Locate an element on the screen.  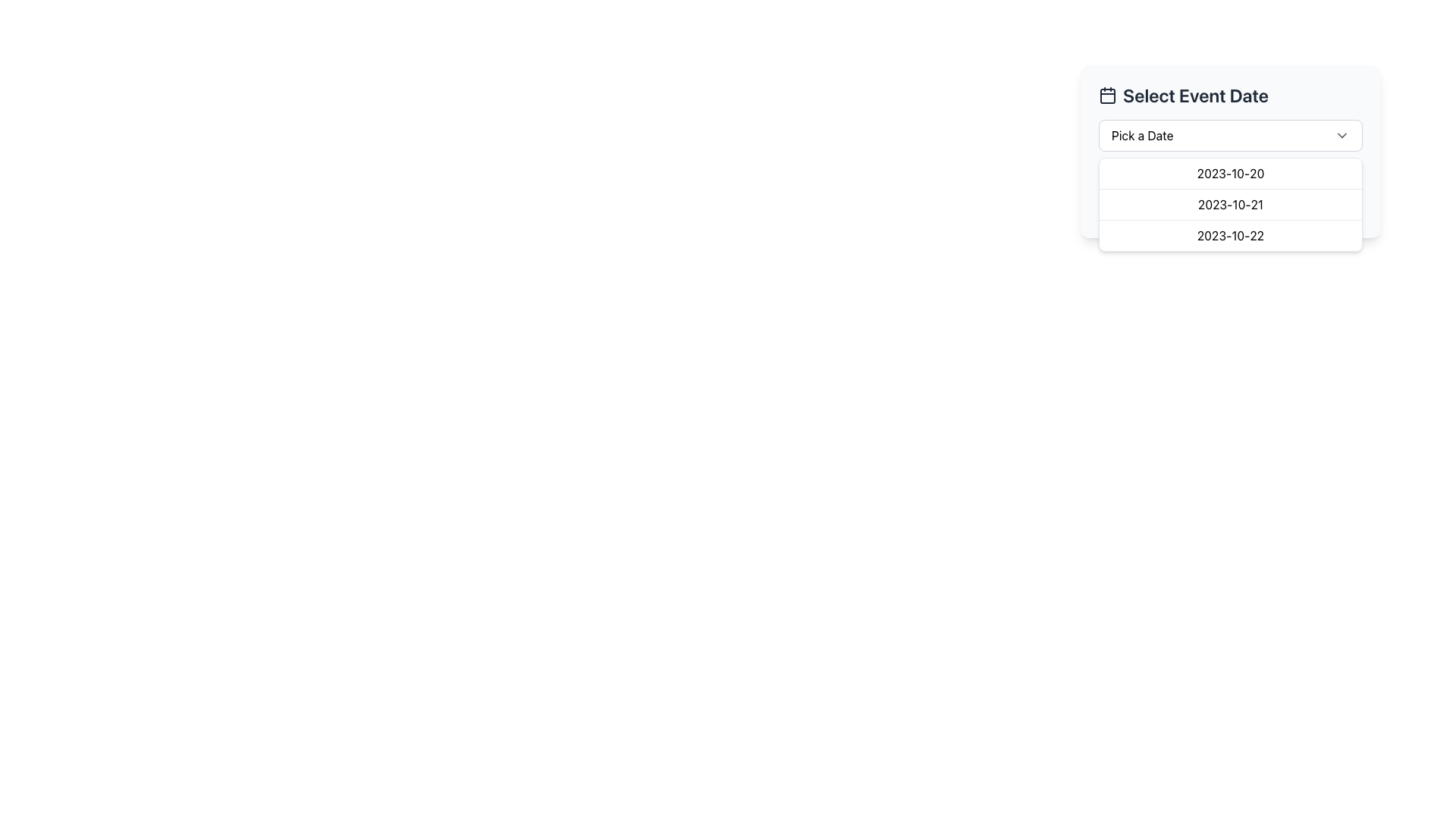
the dropdown list item displaying the date '2023-10-21' is located at coordinates (1230, 203).